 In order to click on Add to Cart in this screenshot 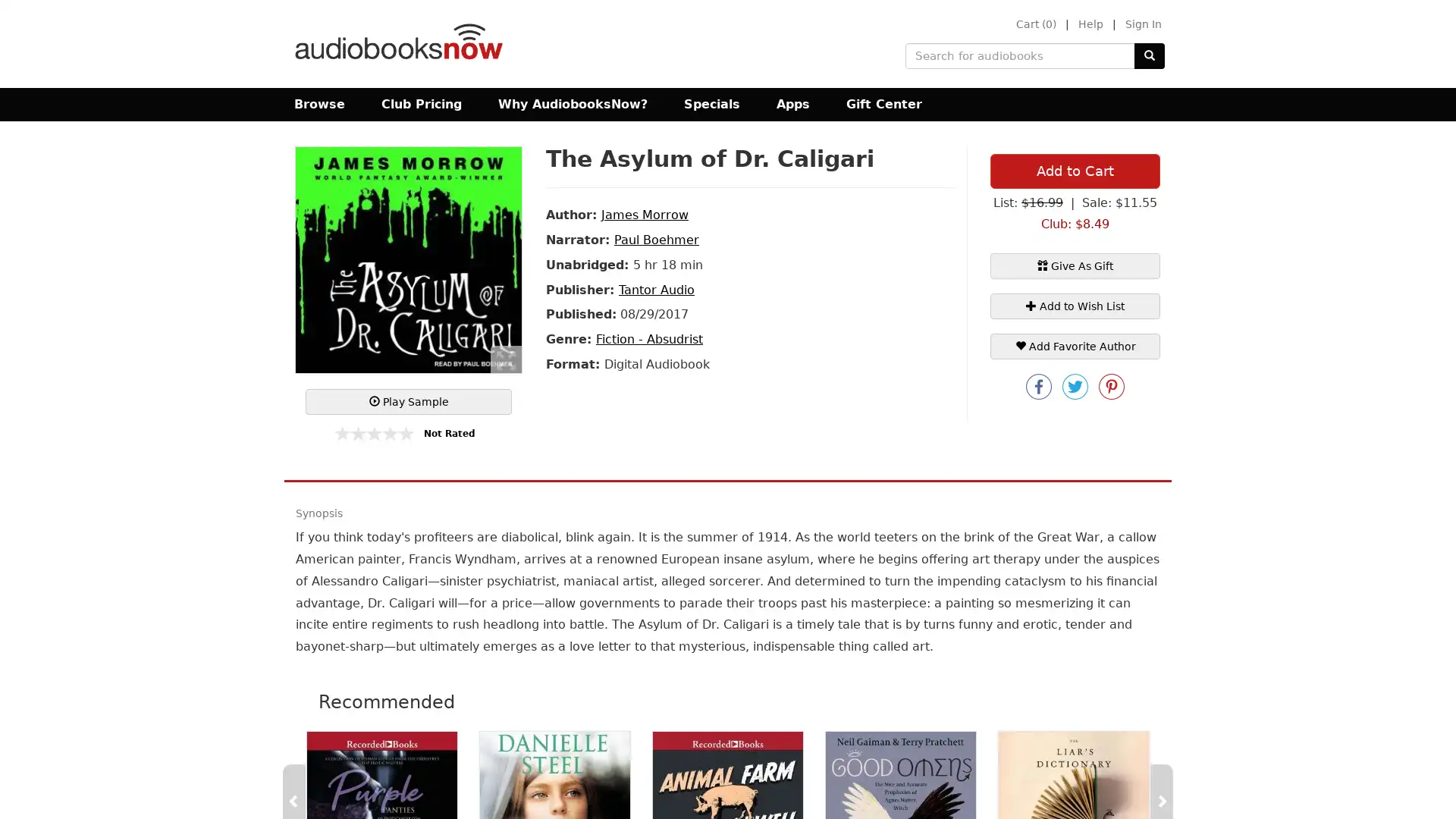, I will do `click(1074, 171)`.